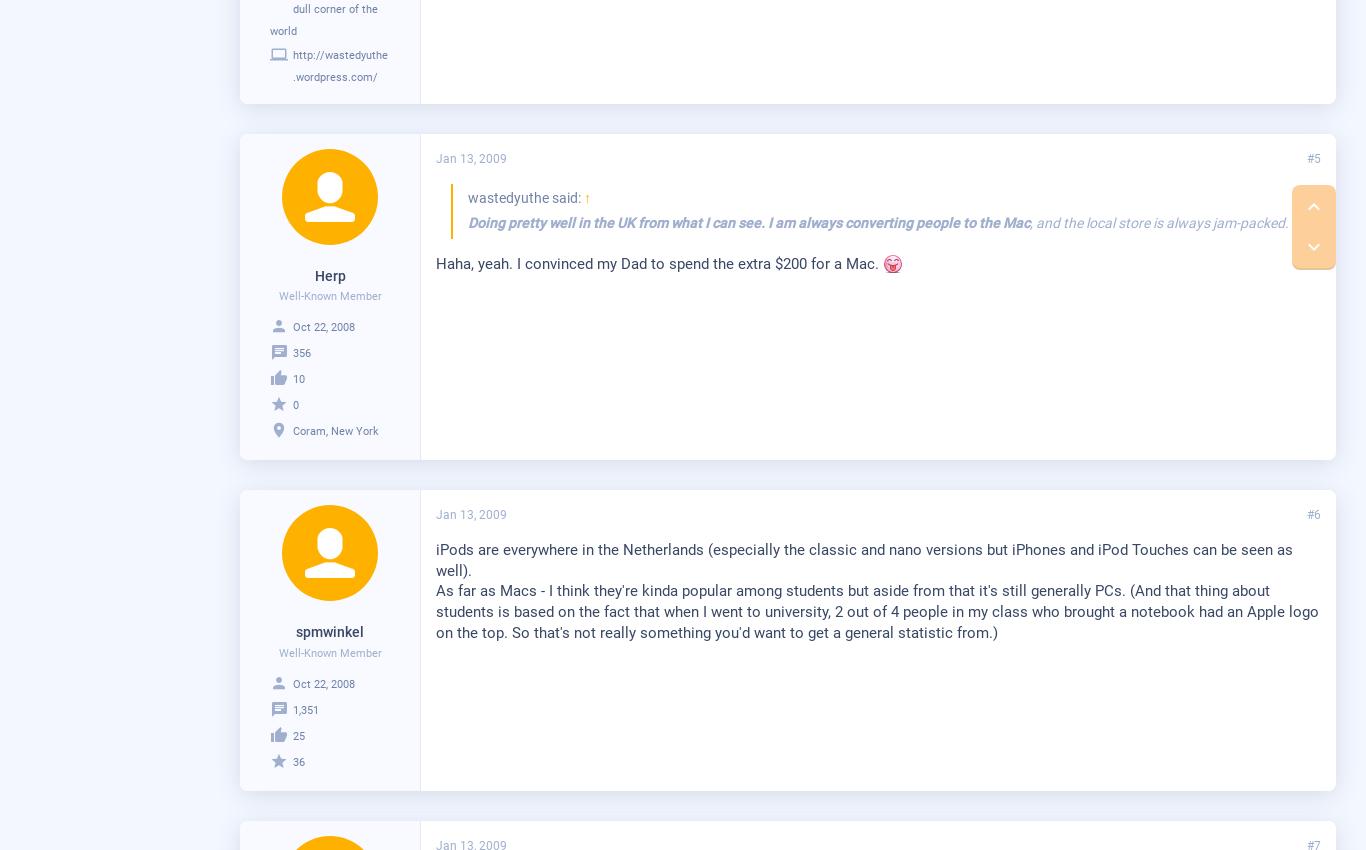 This screenshot has height=850, width=1366. Describe the element at coordinates (336, 430) in the screenshot. I see `'Coram, New York'` at that location.